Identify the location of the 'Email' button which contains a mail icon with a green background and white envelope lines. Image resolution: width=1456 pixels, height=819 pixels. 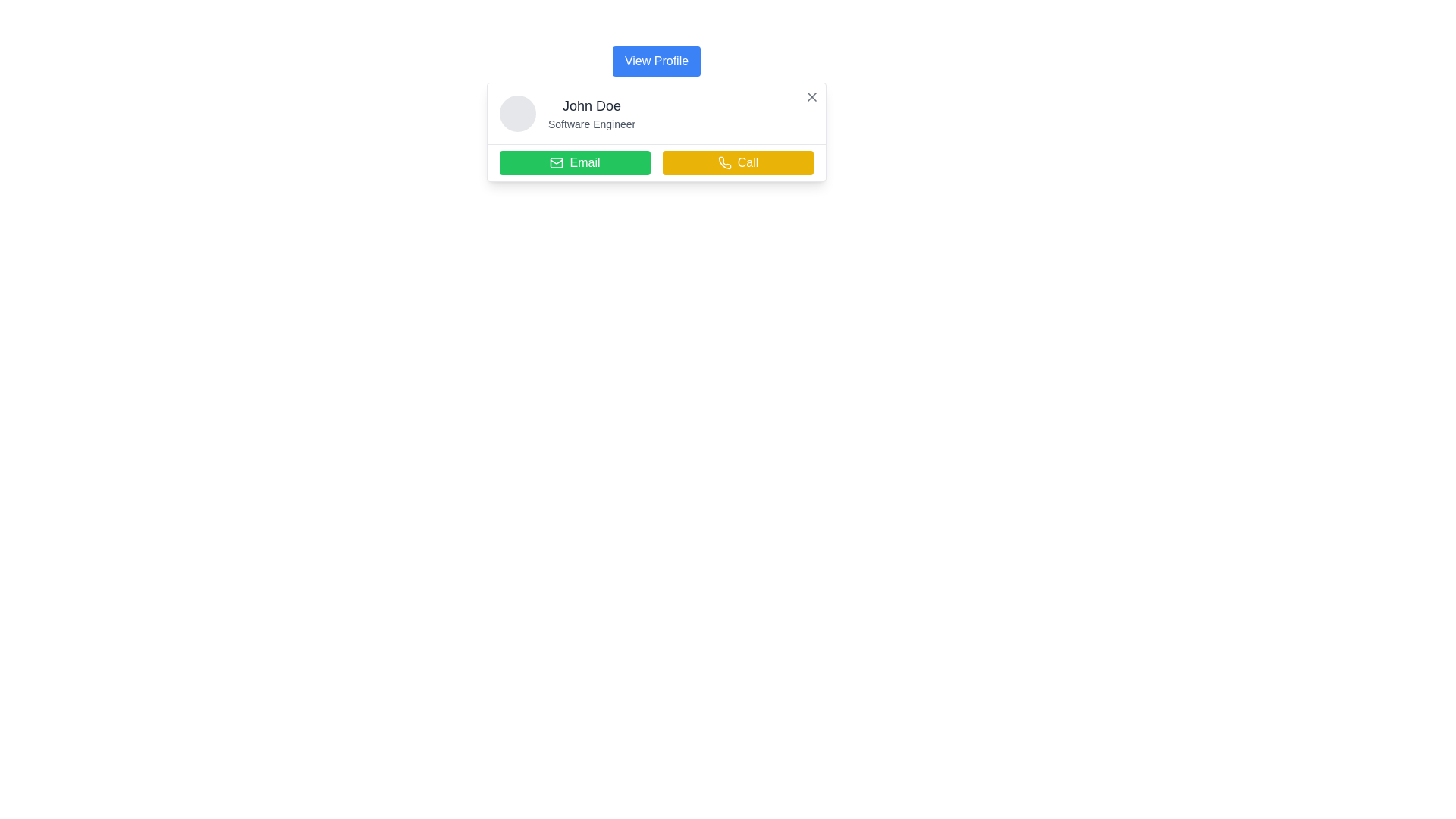
(556, 163).